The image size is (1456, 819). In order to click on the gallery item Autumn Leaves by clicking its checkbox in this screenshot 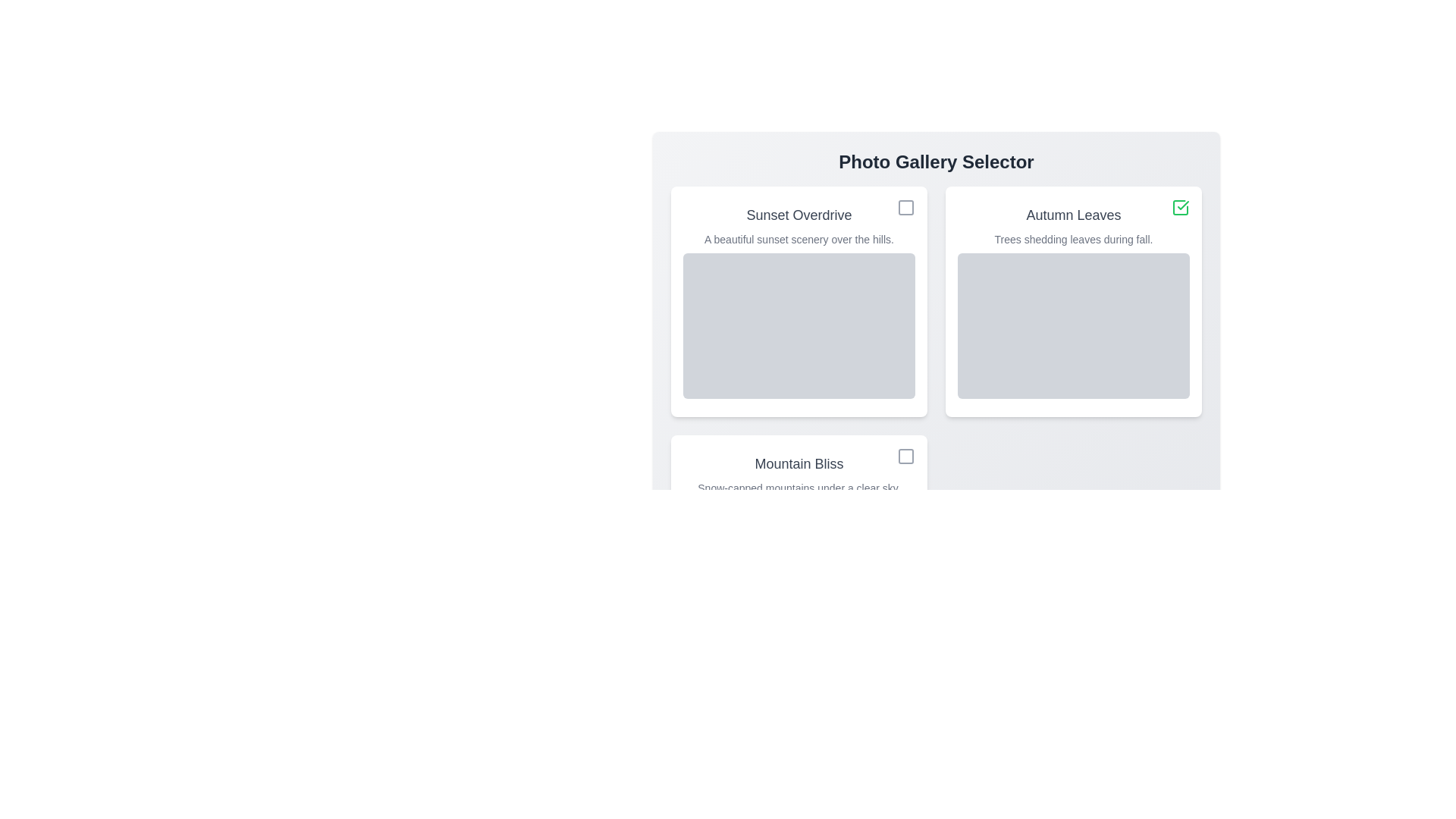, I will do `click(1179, 207)`.